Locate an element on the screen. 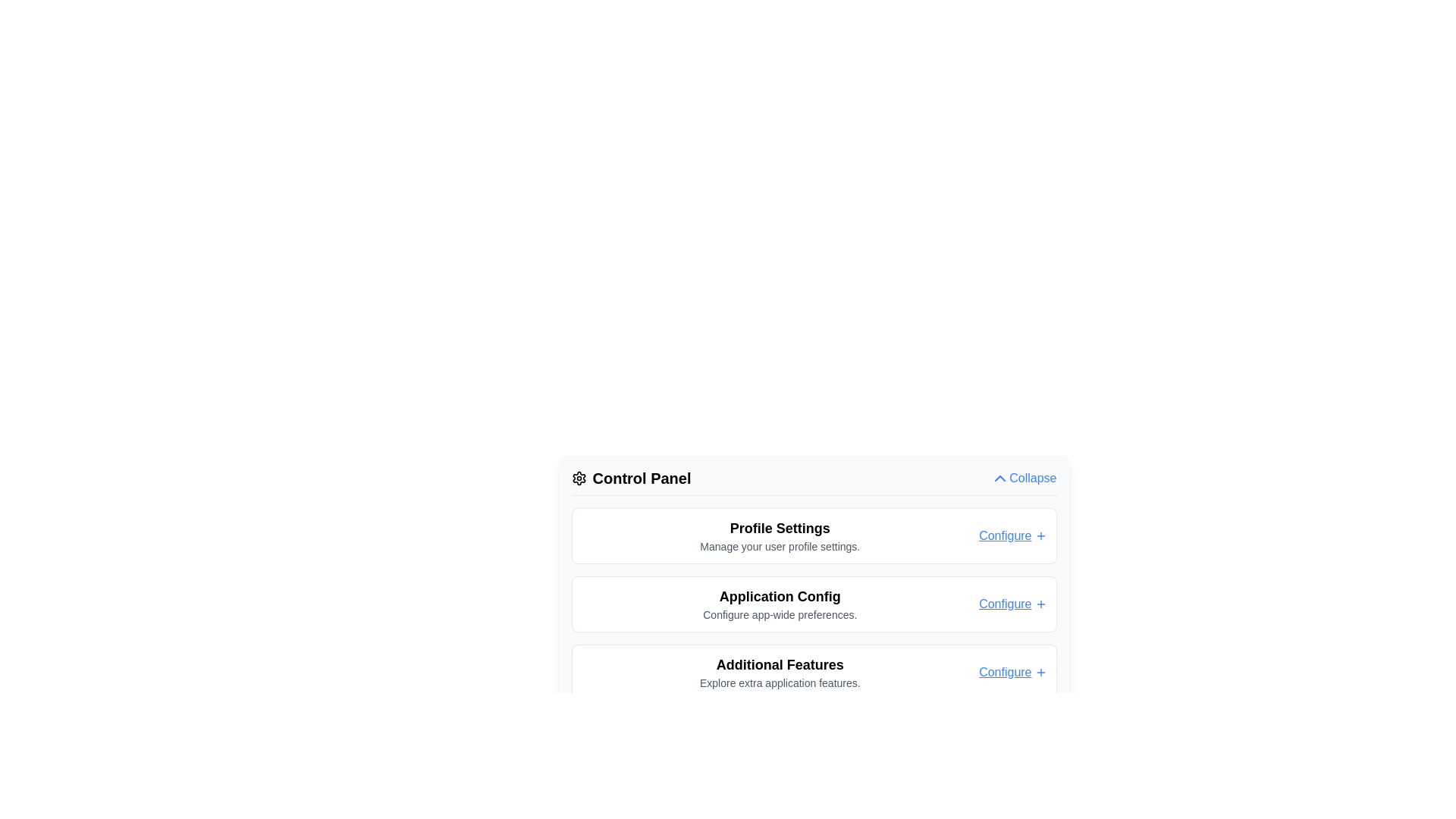 The height and width of the screenshot is (819, 1456). the blue underlined text link labeled 'Configure' with a '+' icon next to it, located in the 'Additional Features' panel at the bottom of the Control Panel is located at coordinates (1012, 672).